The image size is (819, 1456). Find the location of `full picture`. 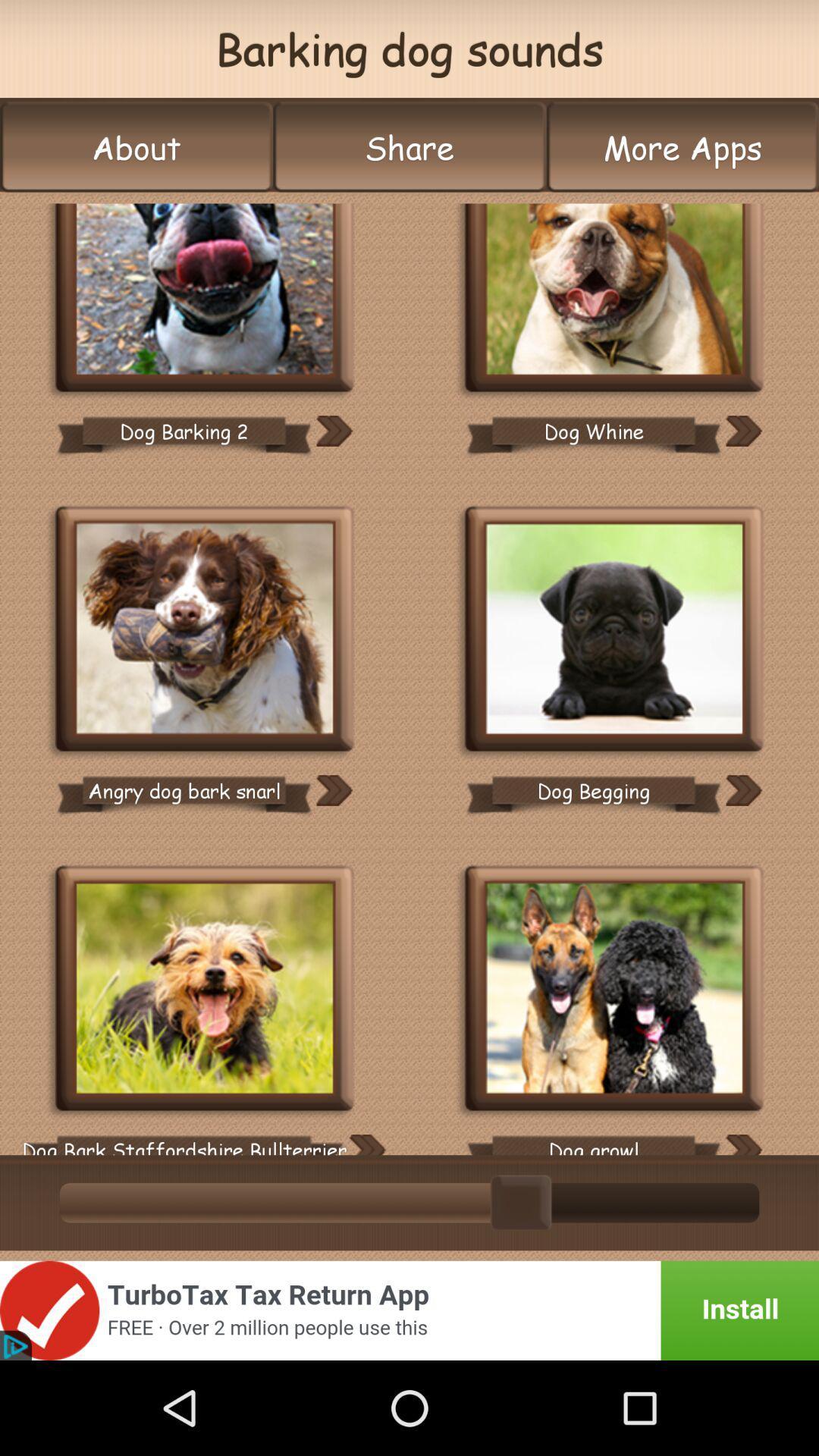

full picture is located at coordinates (205, 299).